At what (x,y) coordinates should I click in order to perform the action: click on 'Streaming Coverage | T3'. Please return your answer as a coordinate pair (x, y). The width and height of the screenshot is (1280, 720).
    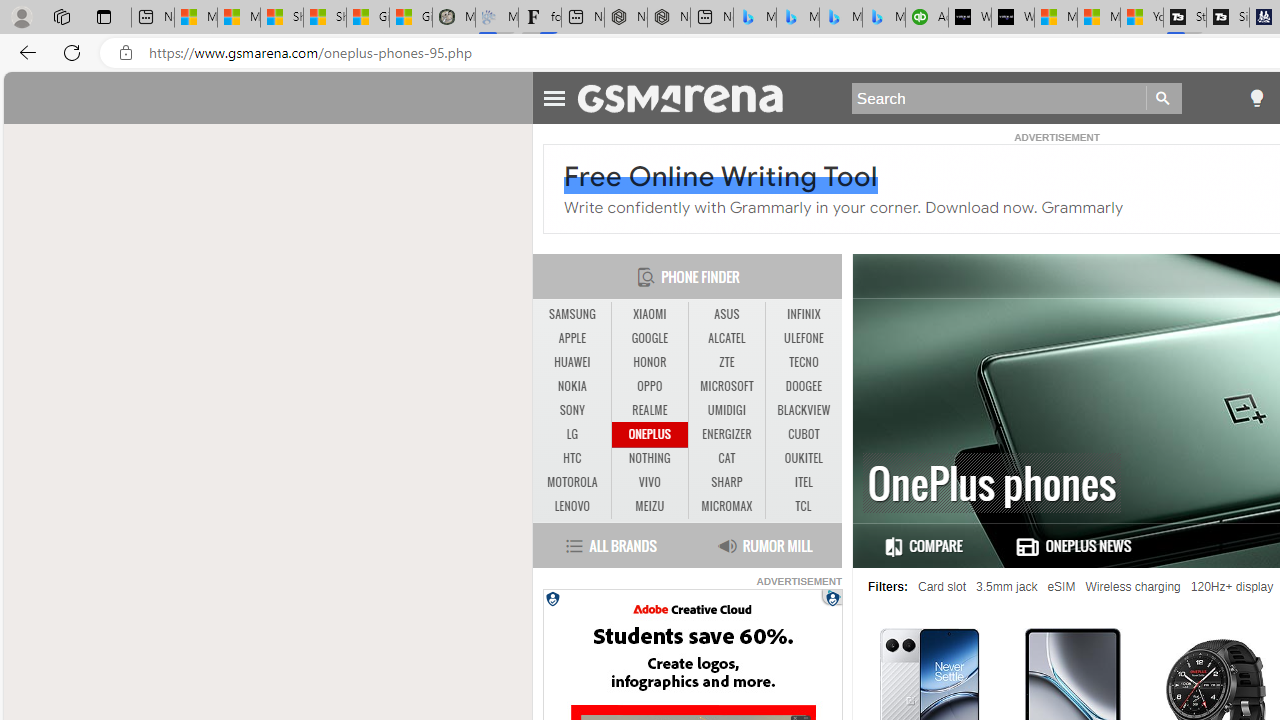
    Looking at the image, I should click on (1184, 17).